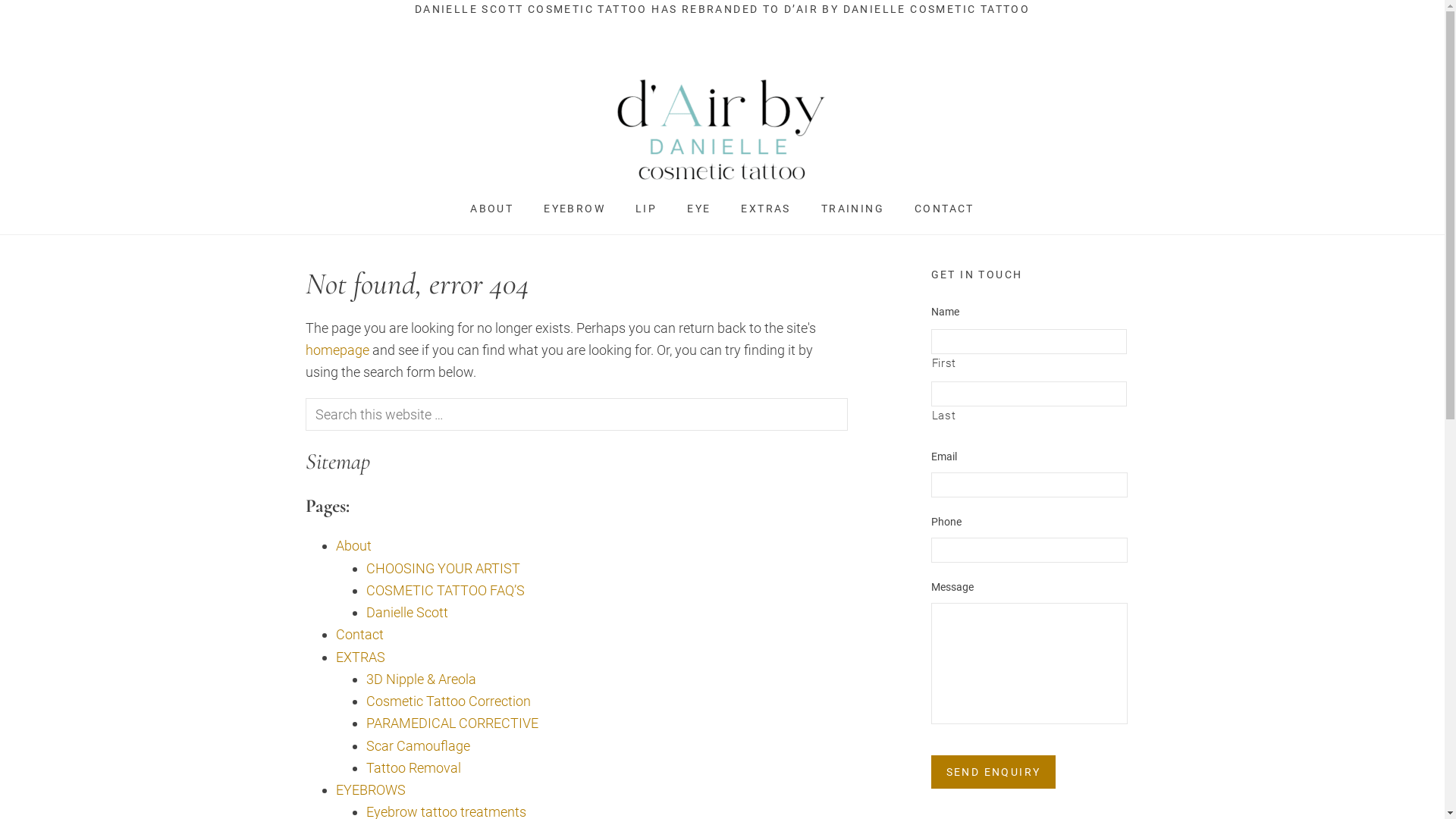 Image resolution: width=1456 pixels, height=819 pixels. What do you see at coordinates (406, 611) in the screenshot?
I see `'Danielle Scott'` at bounding box center [406, 611].